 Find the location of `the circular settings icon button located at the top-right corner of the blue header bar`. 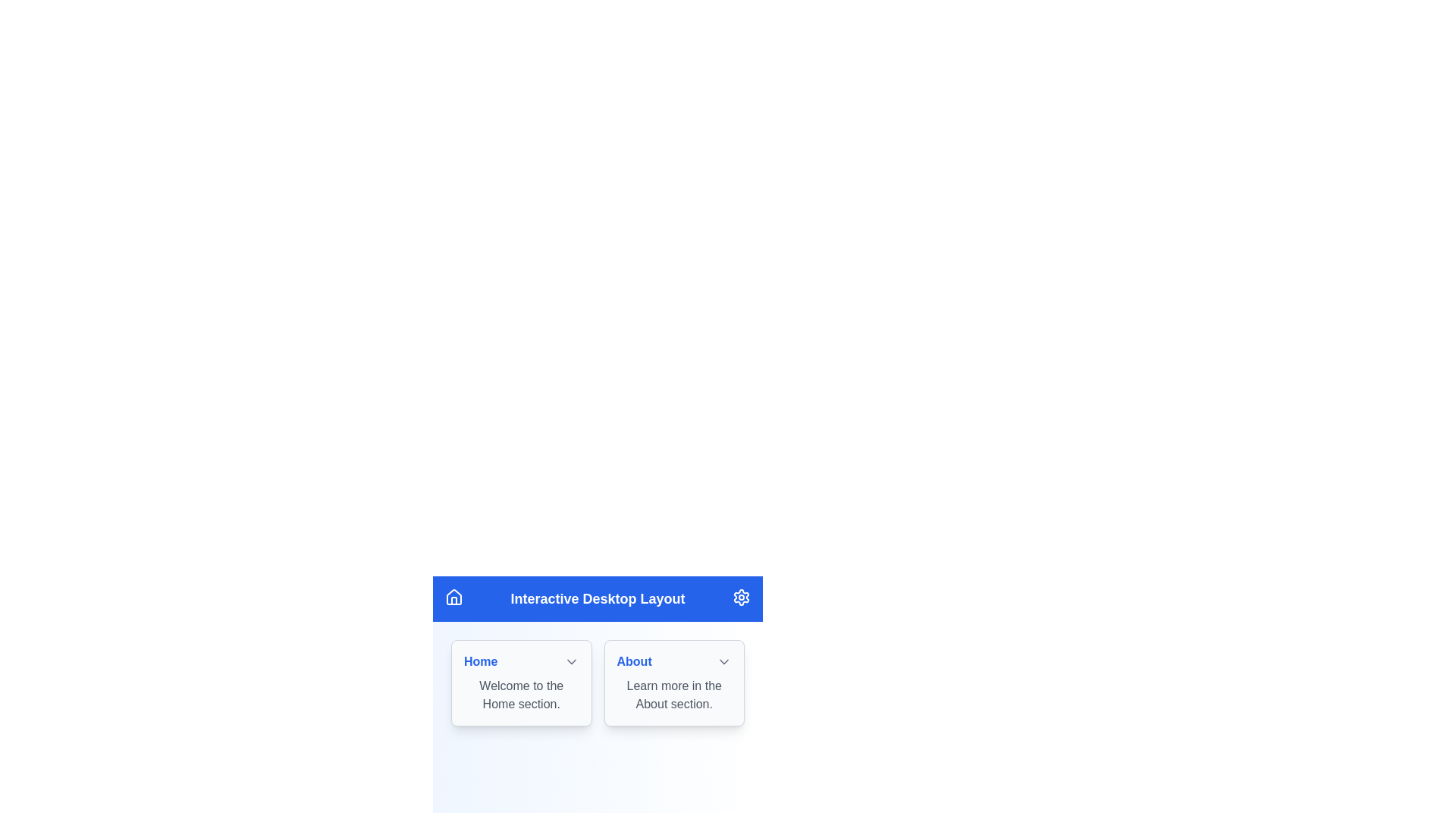

the circular settings icon button located at the top-right corner of the blue header bar is located at coordinates (742, 596).